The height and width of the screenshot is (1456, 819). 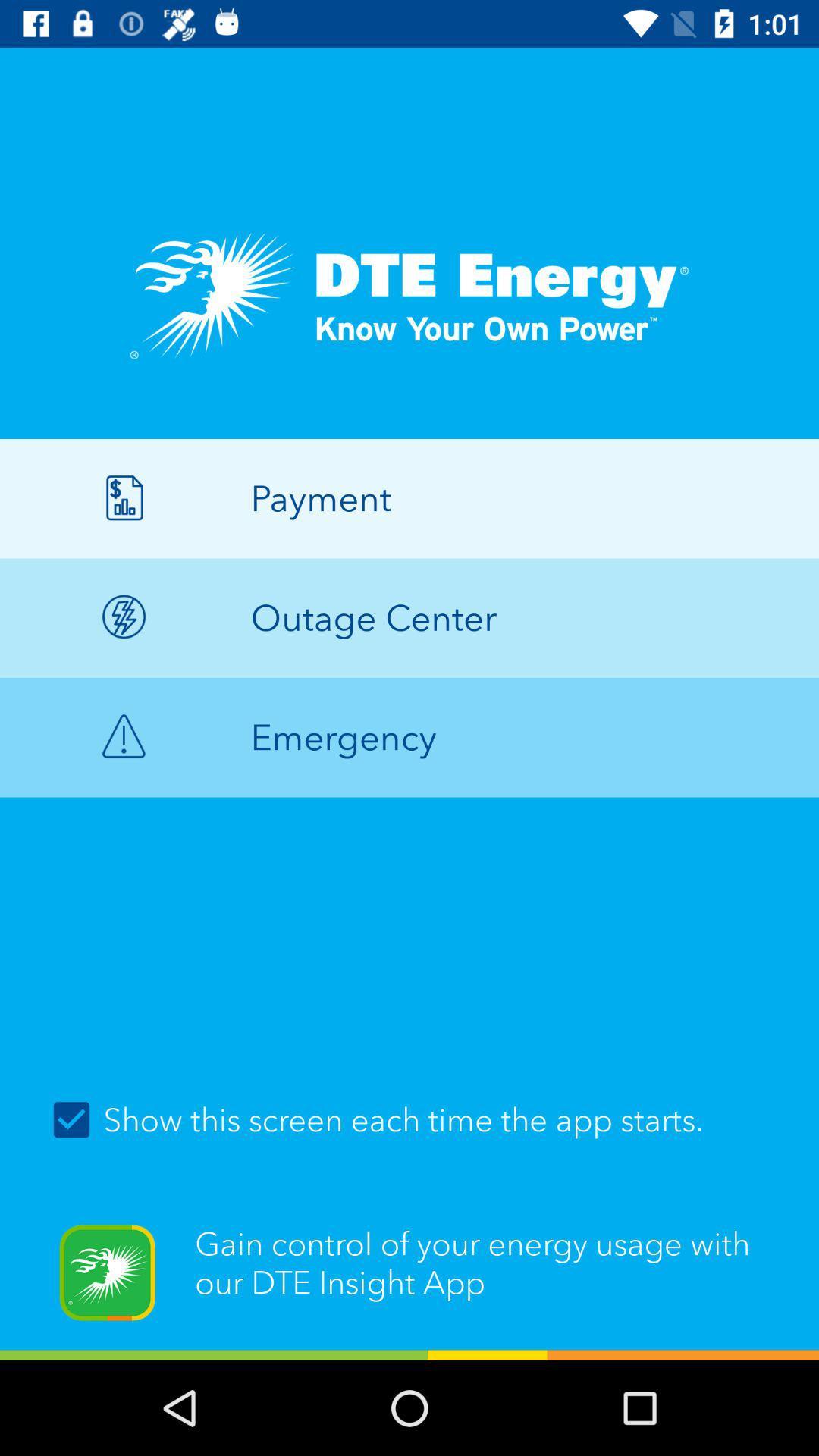 I want to click on icon above the emergency, so click(x=409, y=618).